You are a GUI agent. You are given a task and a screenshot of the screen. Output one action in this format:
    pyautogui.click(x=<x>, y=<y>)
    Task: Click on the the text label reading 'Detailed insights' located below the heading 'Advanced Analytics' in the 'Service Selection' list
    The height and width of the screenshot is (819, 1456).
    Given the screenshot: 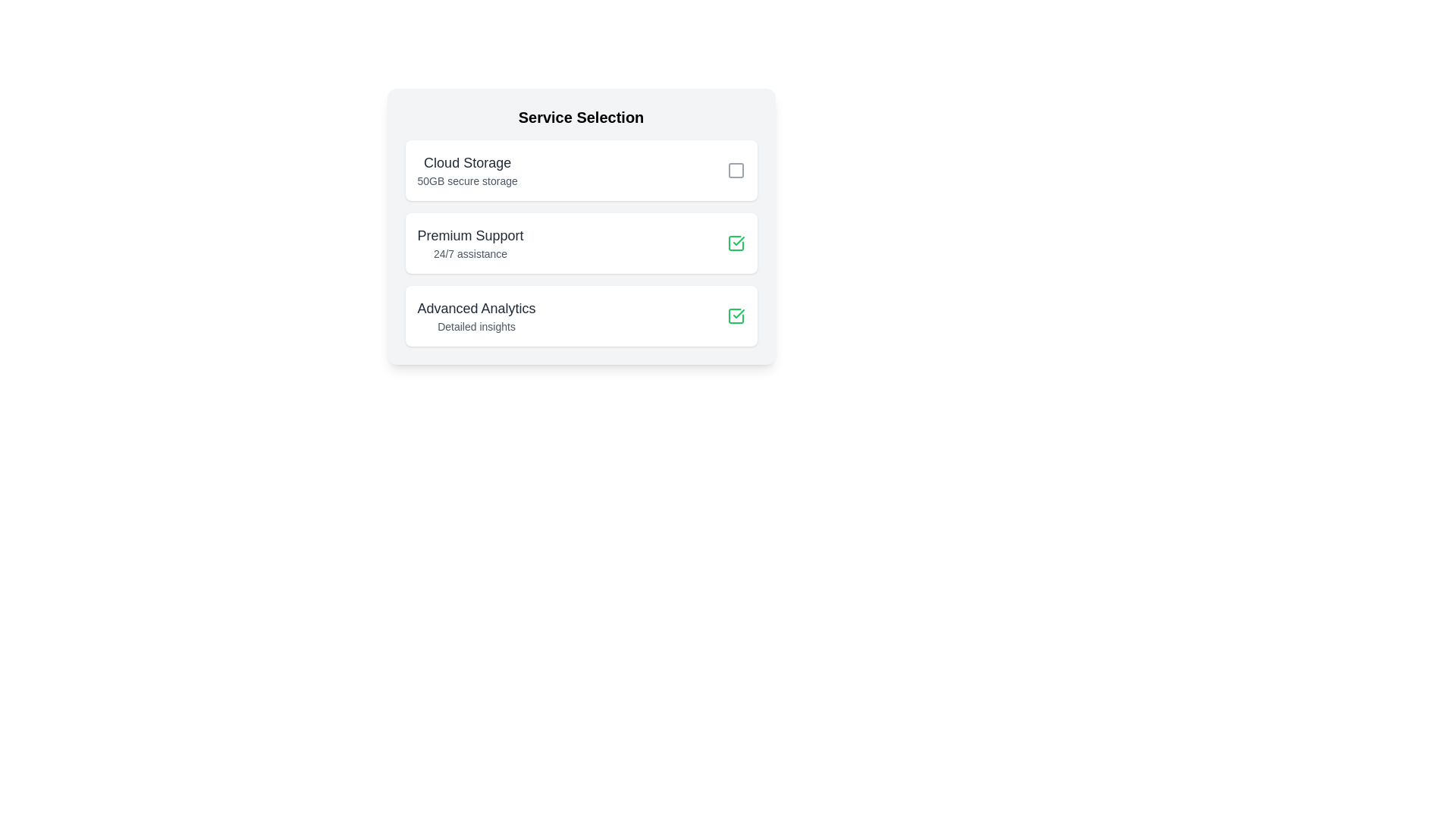 What is the action you would take?
    pyautogui.click(x=475, y=326)
    